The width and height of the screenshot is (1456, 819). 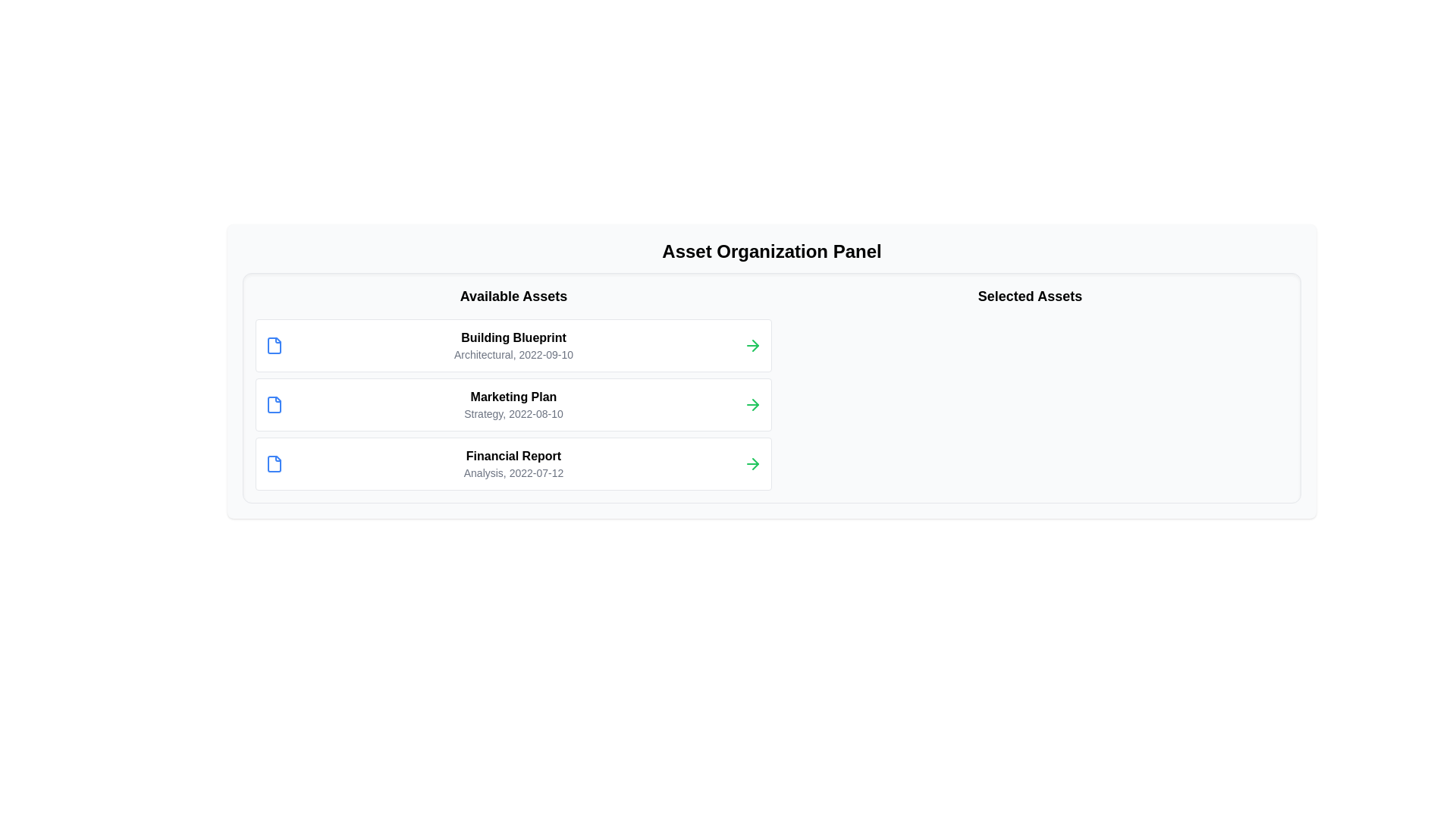 What do you see at coordinates (513, 403) in the screenshot?
I see `the text display that shows 'Marketing Plan' in bold followed by 'Strategy, 2022-08-10' in smaller gray font, located in the 'Available Assets' section as the second card` at bounding box center [513, 403].